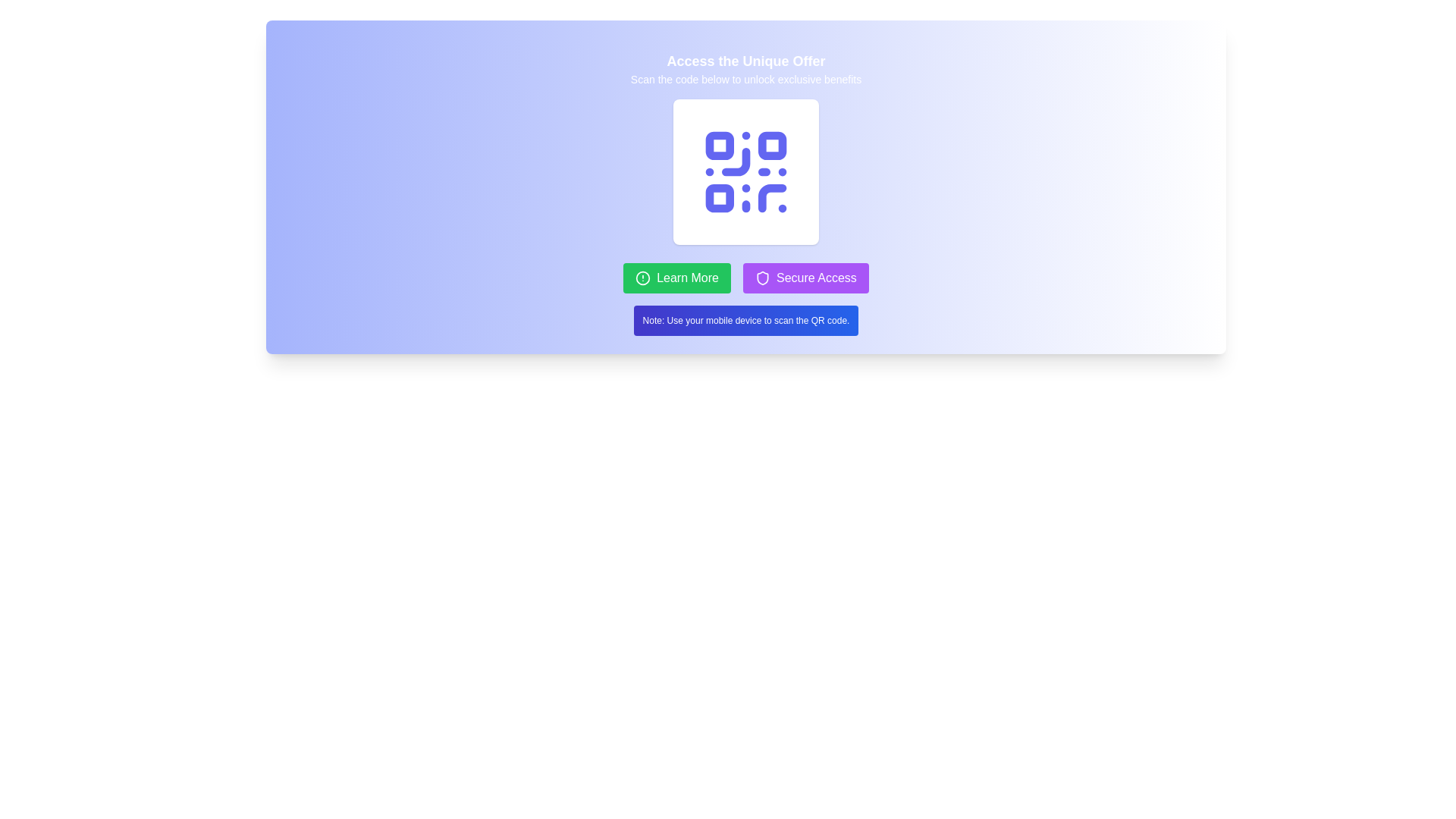 The width and height of the screenshot is (1456, 819). Describe the element at coordinates (643, 278) in the screenshot. I see `the visual alert icon adjacent to the 'Learn More' button by moving the cursor to it` at that location.